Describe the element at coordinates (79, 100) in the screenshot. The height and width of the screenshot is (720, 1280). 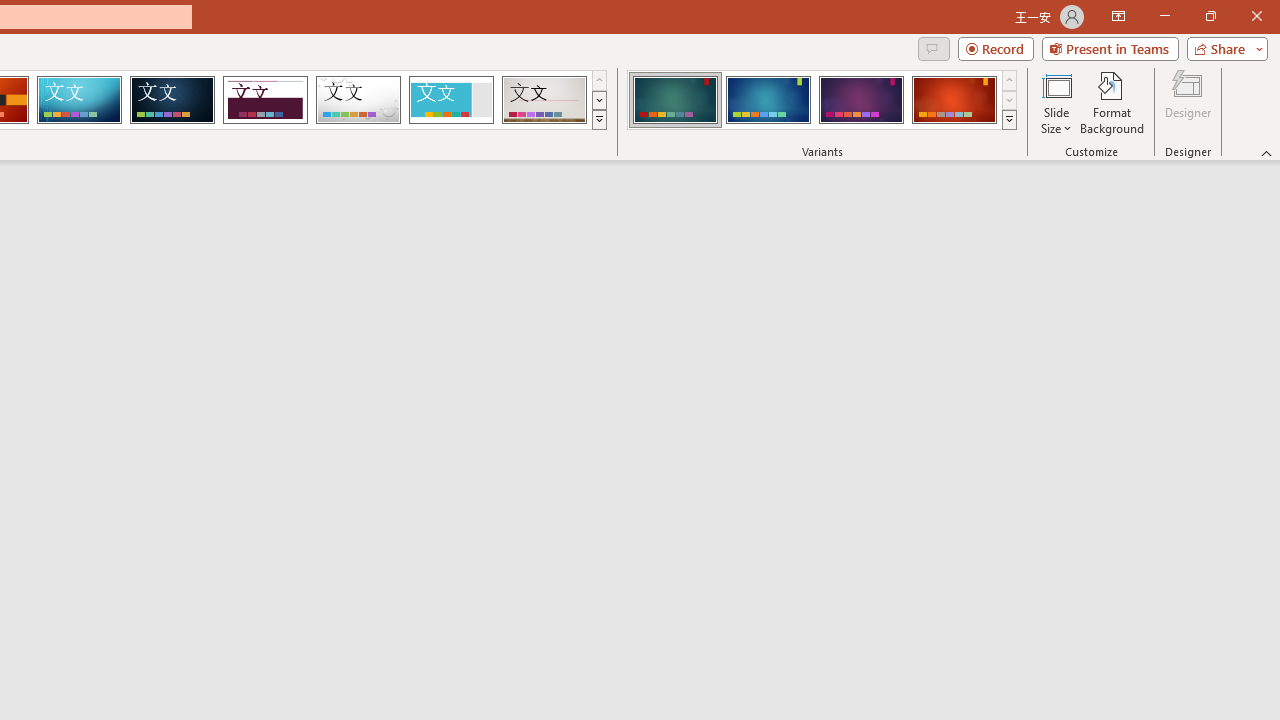
I see `'Circuit Loading Preview...'` at that location.